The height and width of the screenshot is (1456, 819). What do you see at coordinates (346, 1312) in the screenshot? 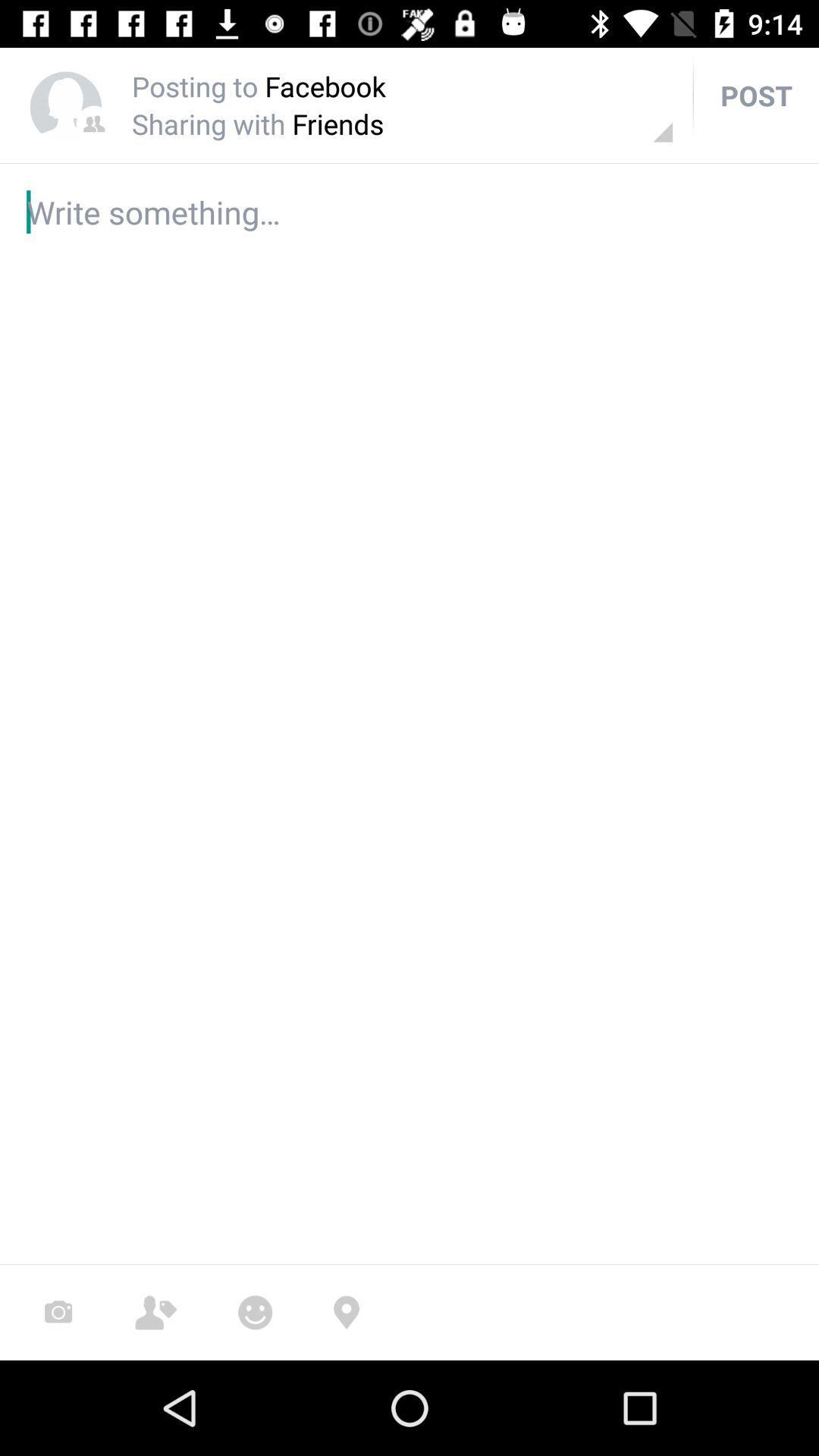
I see `the location icon` at bounding box center [346, 1312].